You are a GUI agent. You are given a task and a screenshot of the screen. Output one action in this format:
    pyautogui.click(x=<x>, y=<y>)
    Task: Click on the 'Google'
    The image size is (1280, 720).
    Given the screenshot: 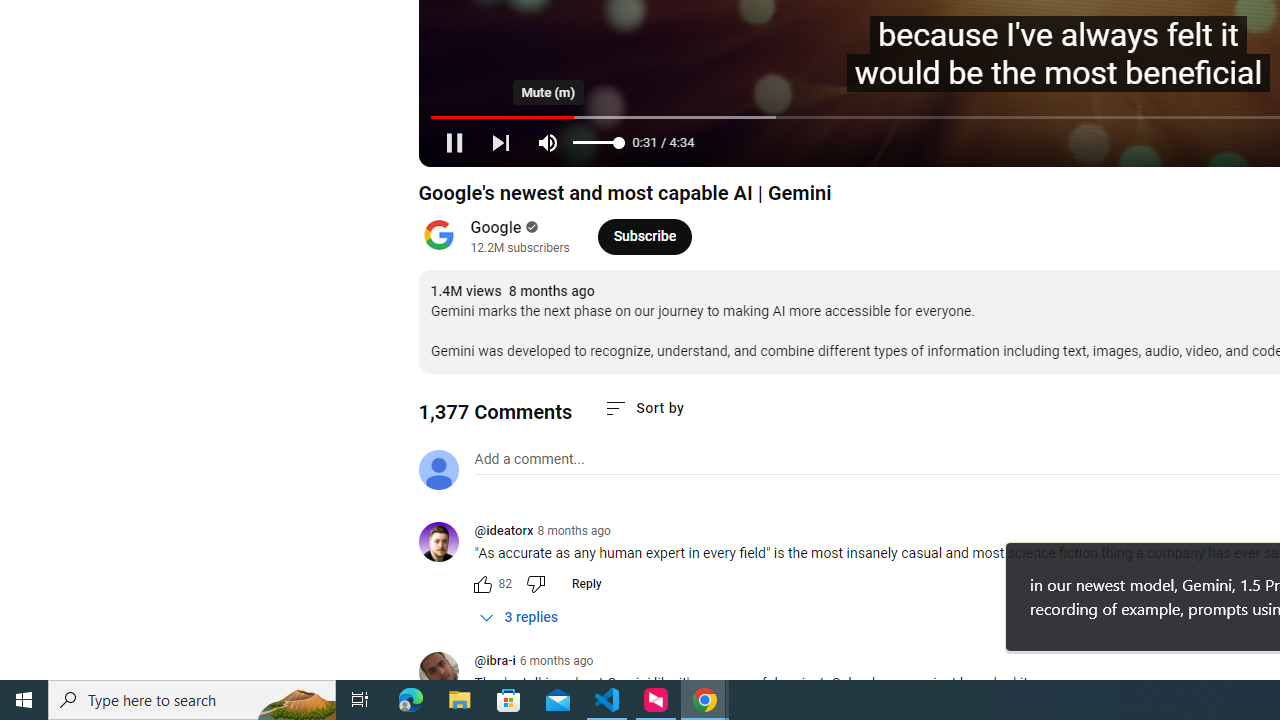 What is the action you would take?
    pyautogui.click(x=496, y=226)
    